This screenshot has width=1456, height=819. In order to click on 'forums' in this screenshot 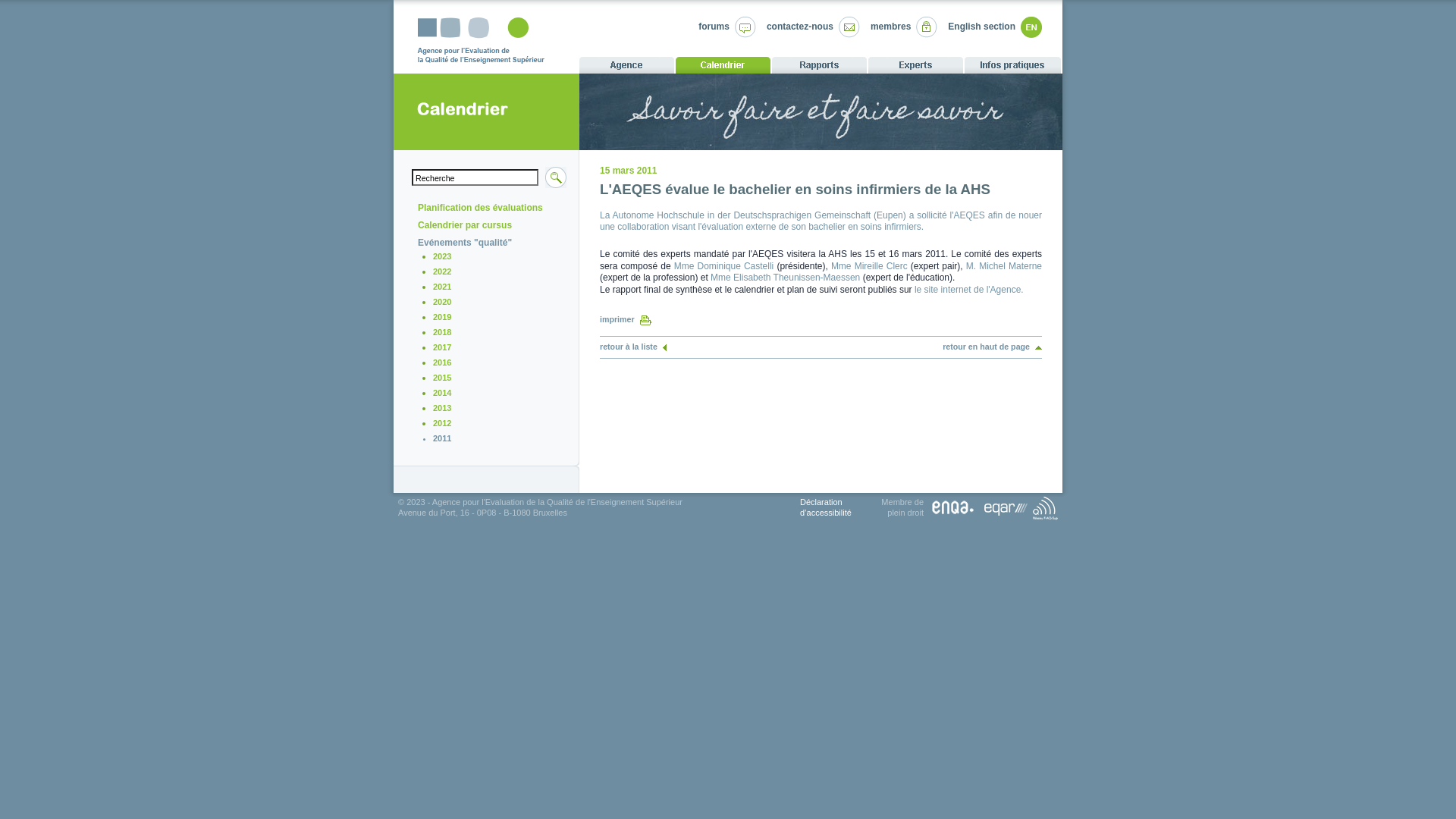, I will do `click(713, 26)`.